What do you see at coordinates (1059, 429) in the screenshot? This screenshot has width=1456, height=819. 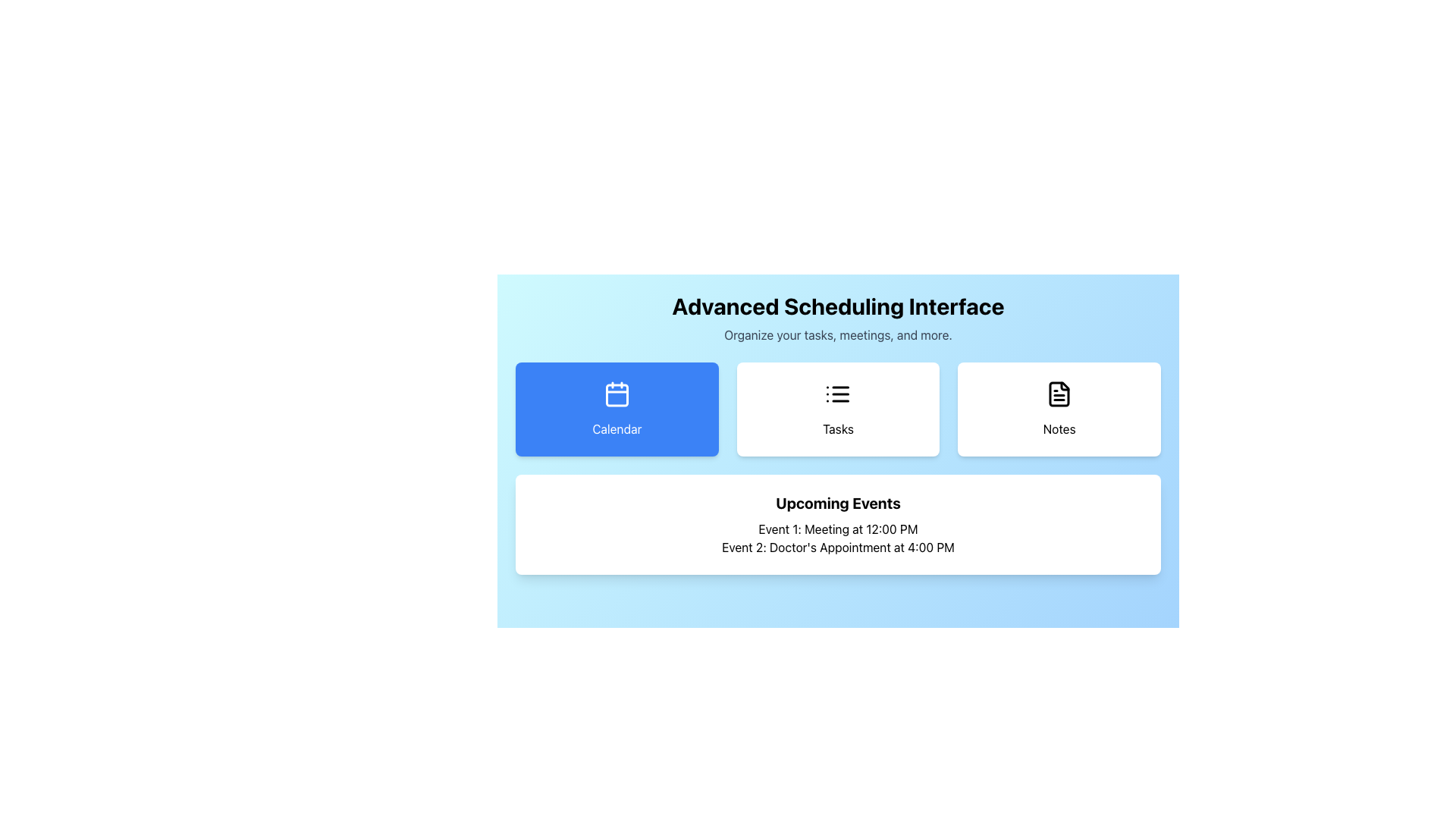 I see `the 'Notes' label at the bottom of the third card, which indicates the card's purpose or function` at bounding box center [1059, 429].